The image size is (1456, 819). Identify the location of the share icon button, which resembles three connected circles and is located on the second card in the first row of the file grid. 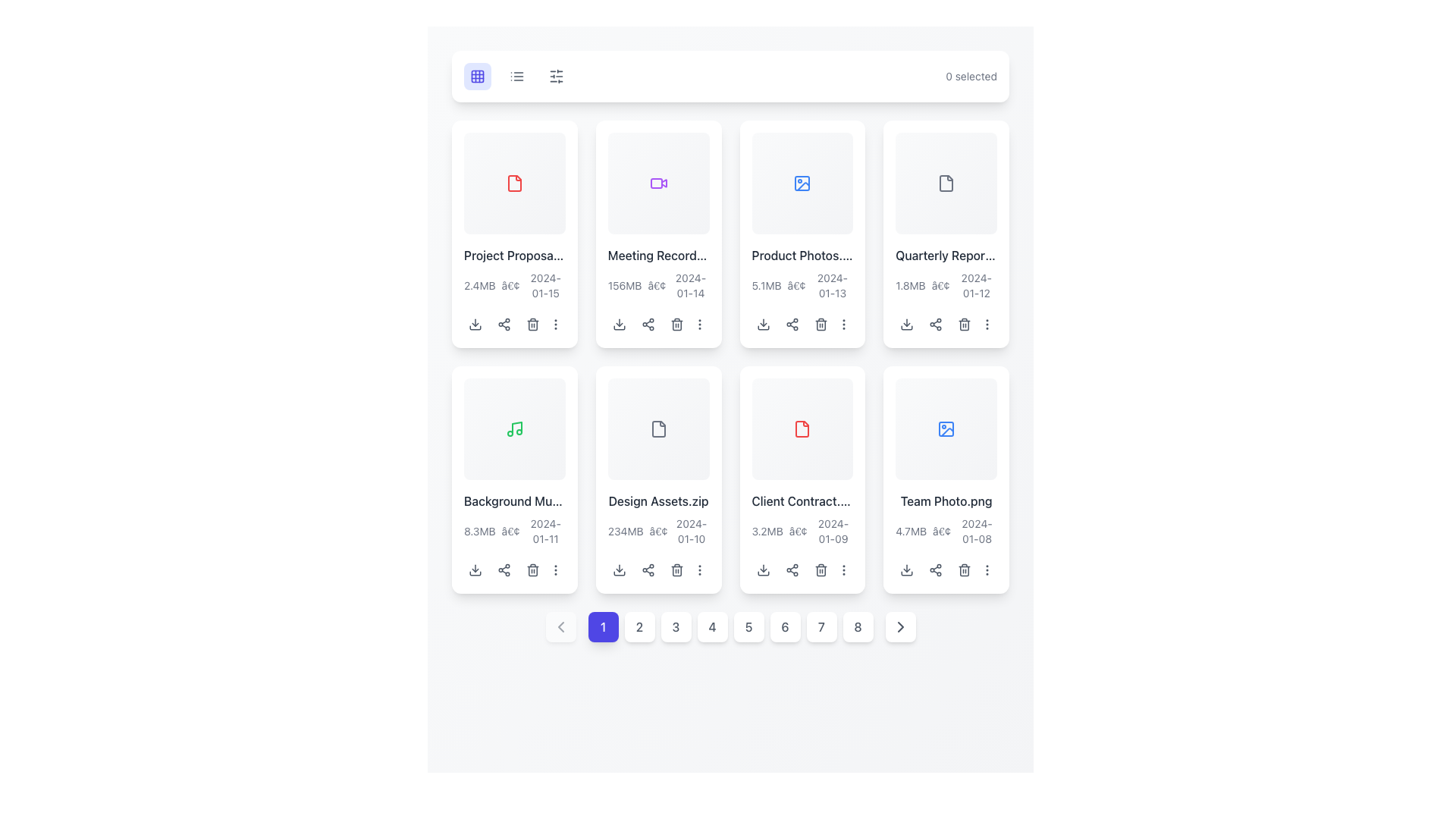
(648, 323).